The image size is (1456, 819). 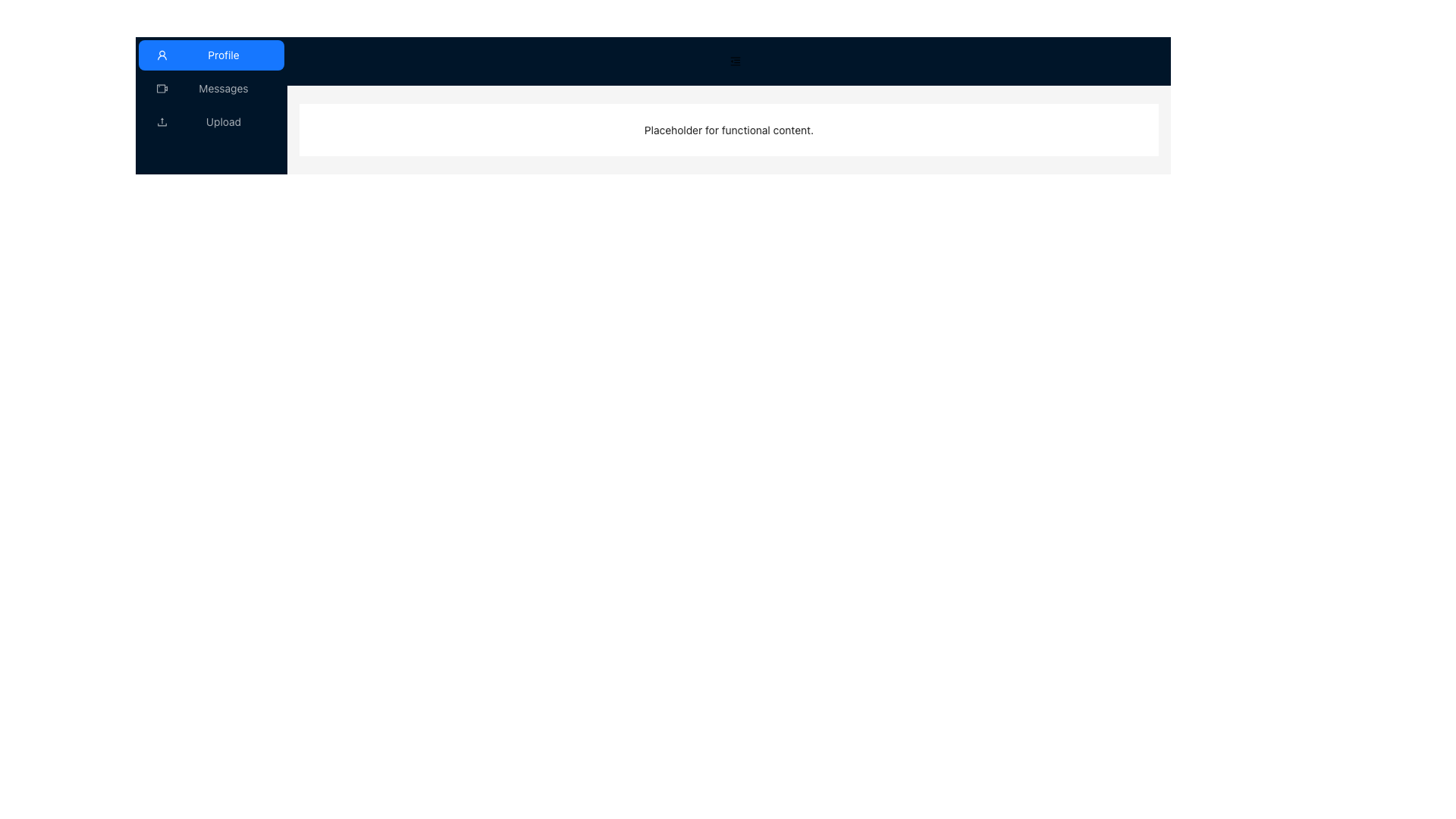 I want to click on the profile icon with a blue background located at the top of the sidebar menu, adjacent to the 'Profile' text, so click(x=162, y=55).